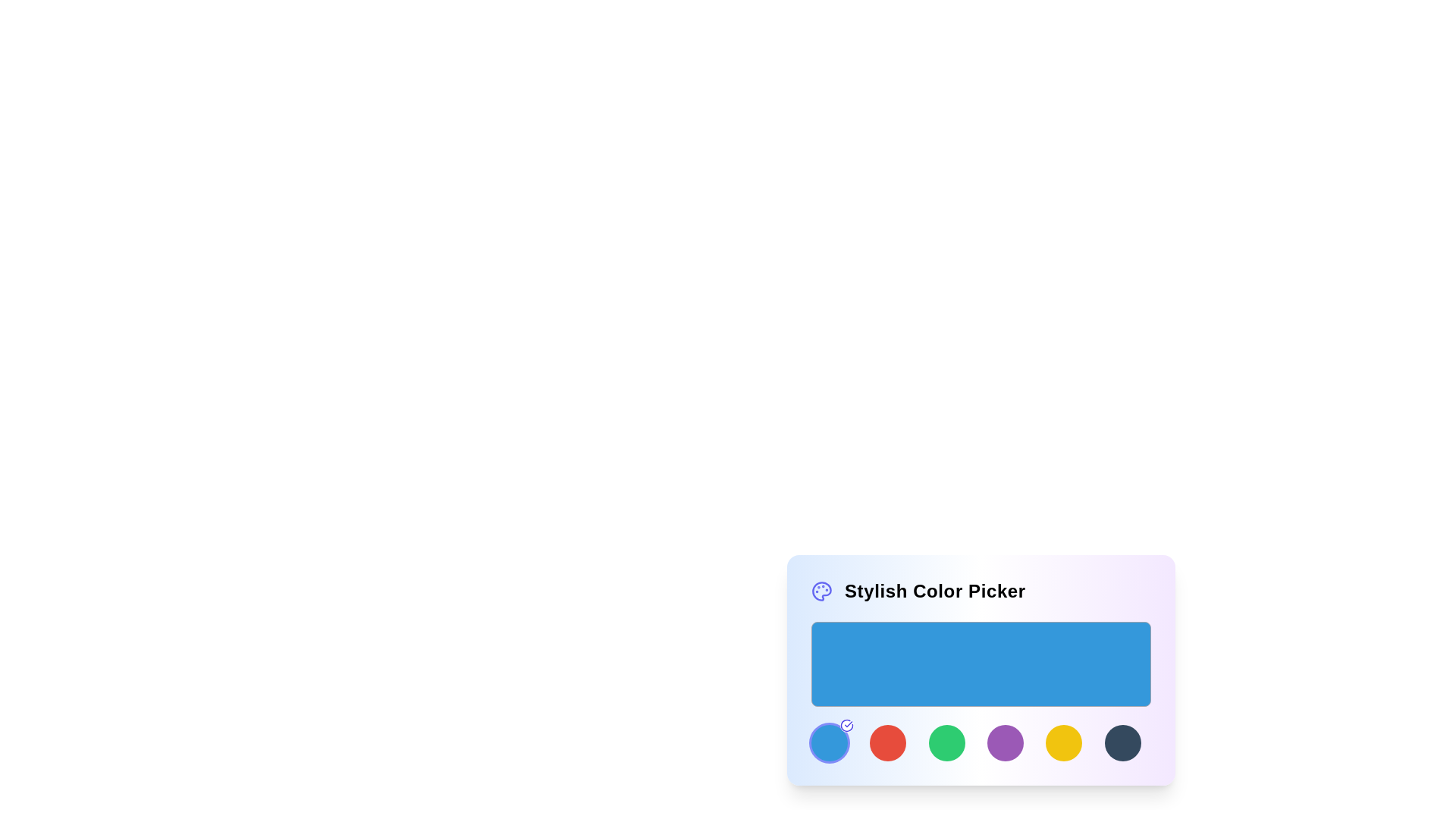  Describe the element at coordinates (829, 742) in the screenshot. I see `the blue circular button in the color picker interface` at that location.